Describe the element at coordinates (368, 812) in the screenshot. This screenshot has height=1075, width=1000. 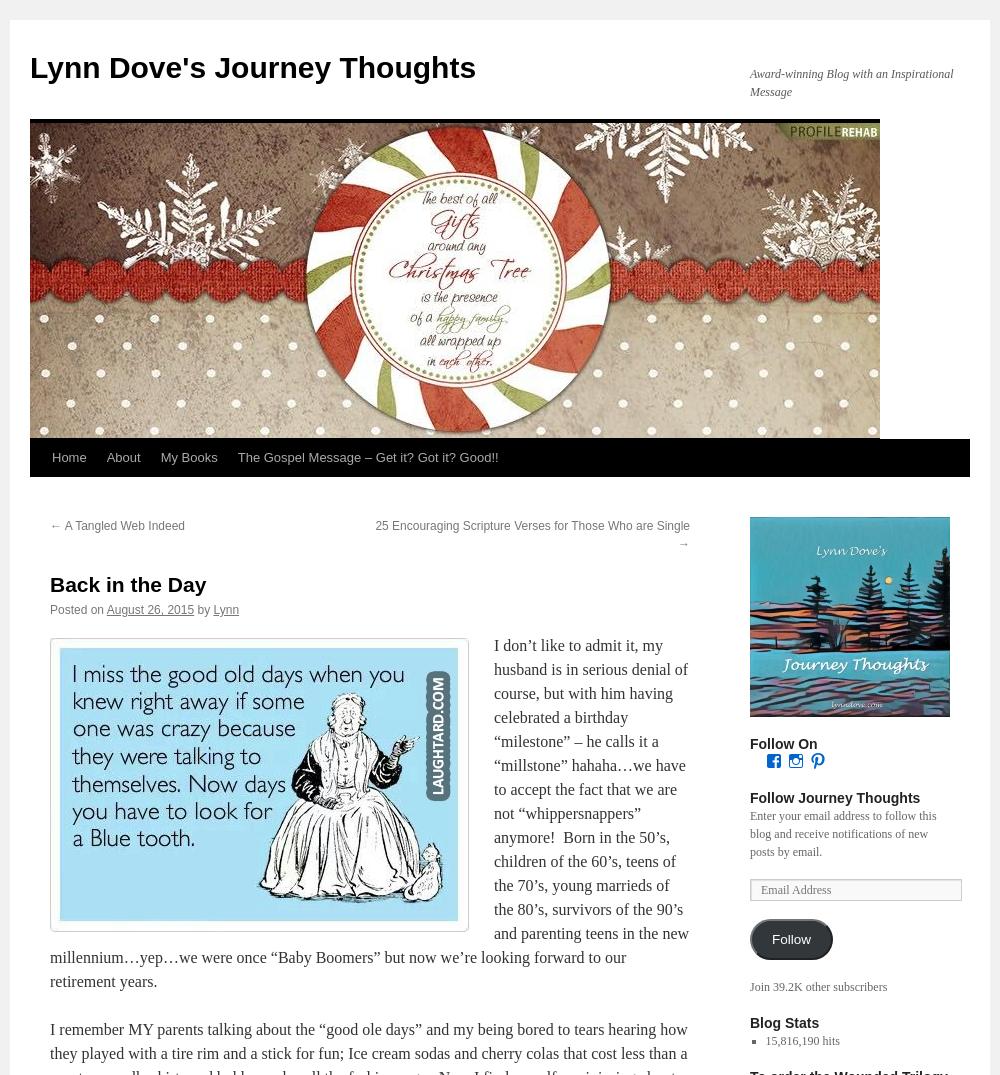
I see `'I don’t like to admit it, my husband is in serious denial of course, but with him having celebrated a birthday “milestone” – he calls it a “millstone” hahaha…we have to accept the fact that we are not “whippersnappers” anymore!  Born in the 50’s, children of the 60’s, teens of the 70’s, young marrieds of the 80’s, survivors of the 90’s and parenting teens in the new millennium…yep…we were once “Baby Boomers” but now we’re looking forward to our retirement years.'` at that location.